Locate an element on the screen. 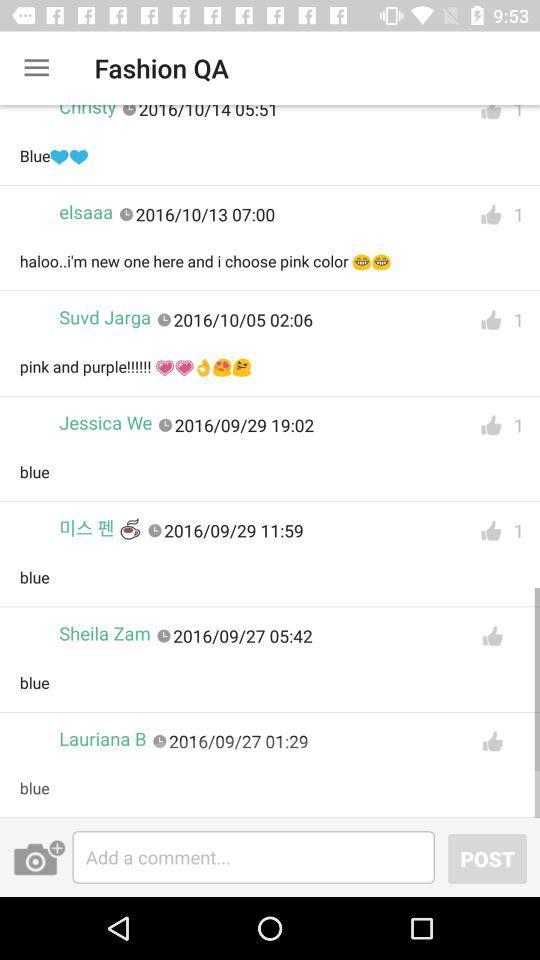 Image resolution: width=540 pixels, height=960 pixels. thumbs up is located at coordinates (490, 215).